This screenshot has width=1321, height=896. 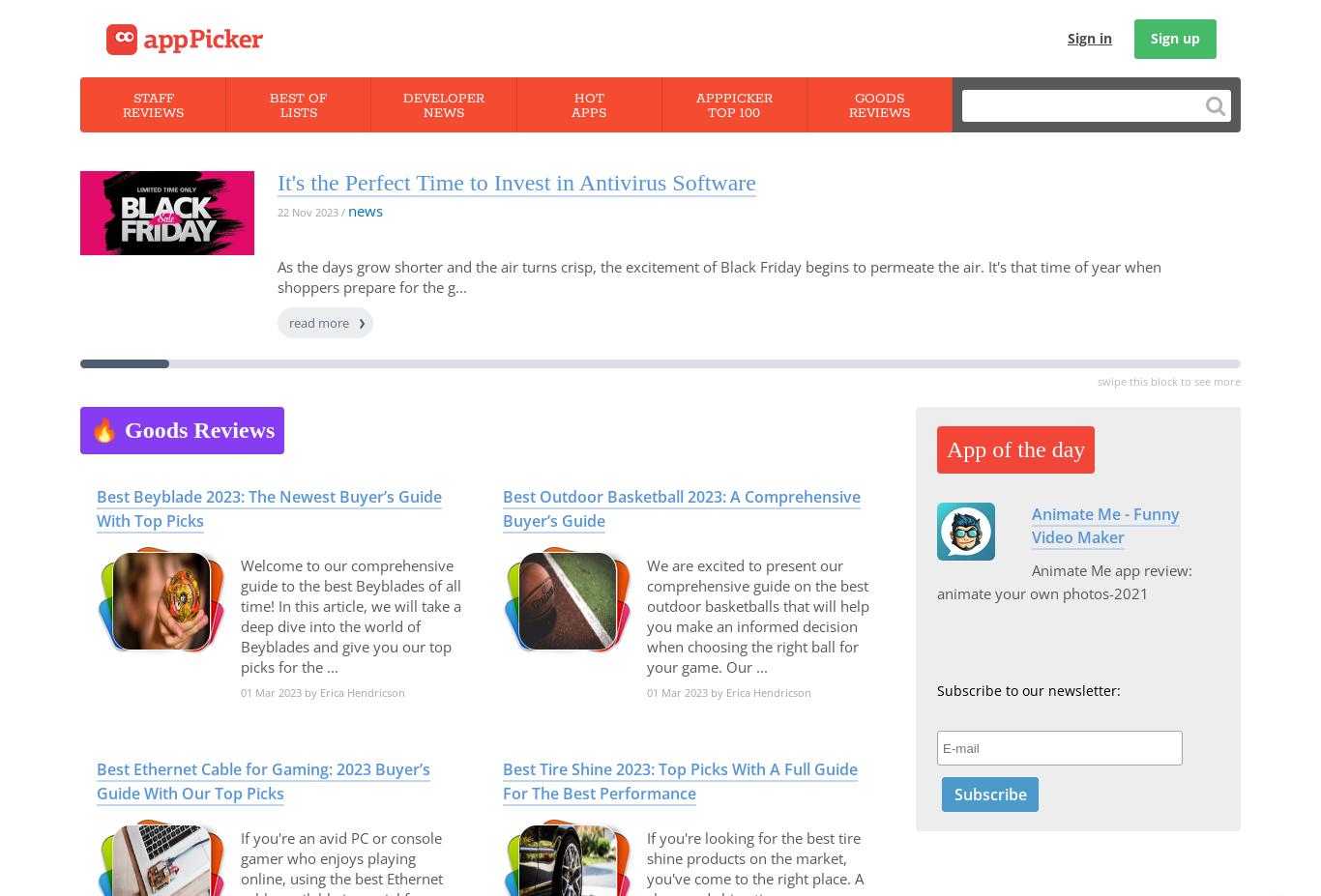 I want to click on 'Goods', so click(x=877, y=98).